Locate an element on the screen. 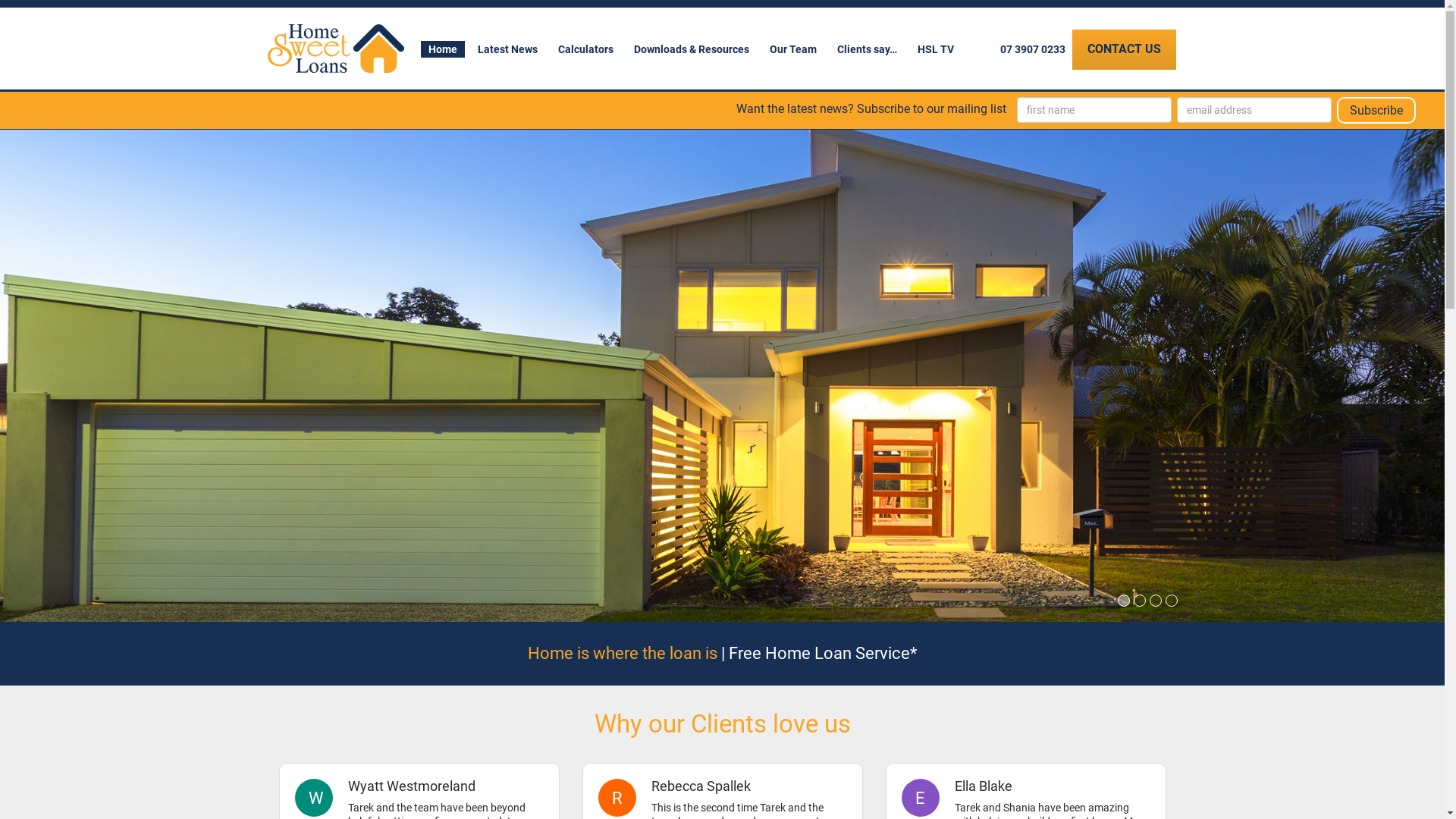 This screenshot has height=819, width=1456. 'Home' is located at coordinates (441, 49).